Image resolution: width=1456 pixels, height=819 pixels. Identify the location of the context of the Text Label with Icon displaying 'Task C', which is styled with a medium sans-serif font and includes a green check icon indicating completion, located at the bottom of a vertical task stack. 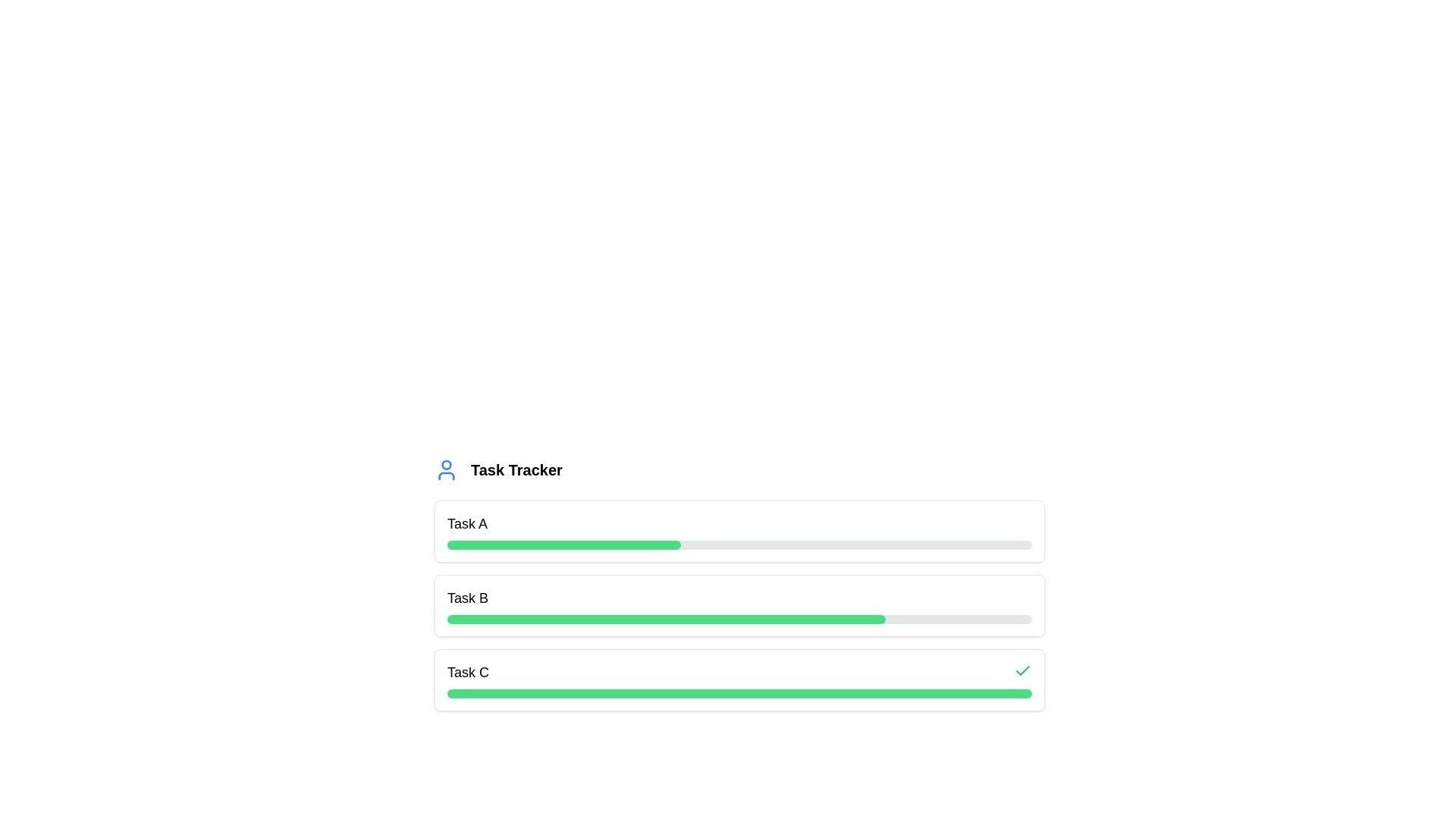
(739, 672).